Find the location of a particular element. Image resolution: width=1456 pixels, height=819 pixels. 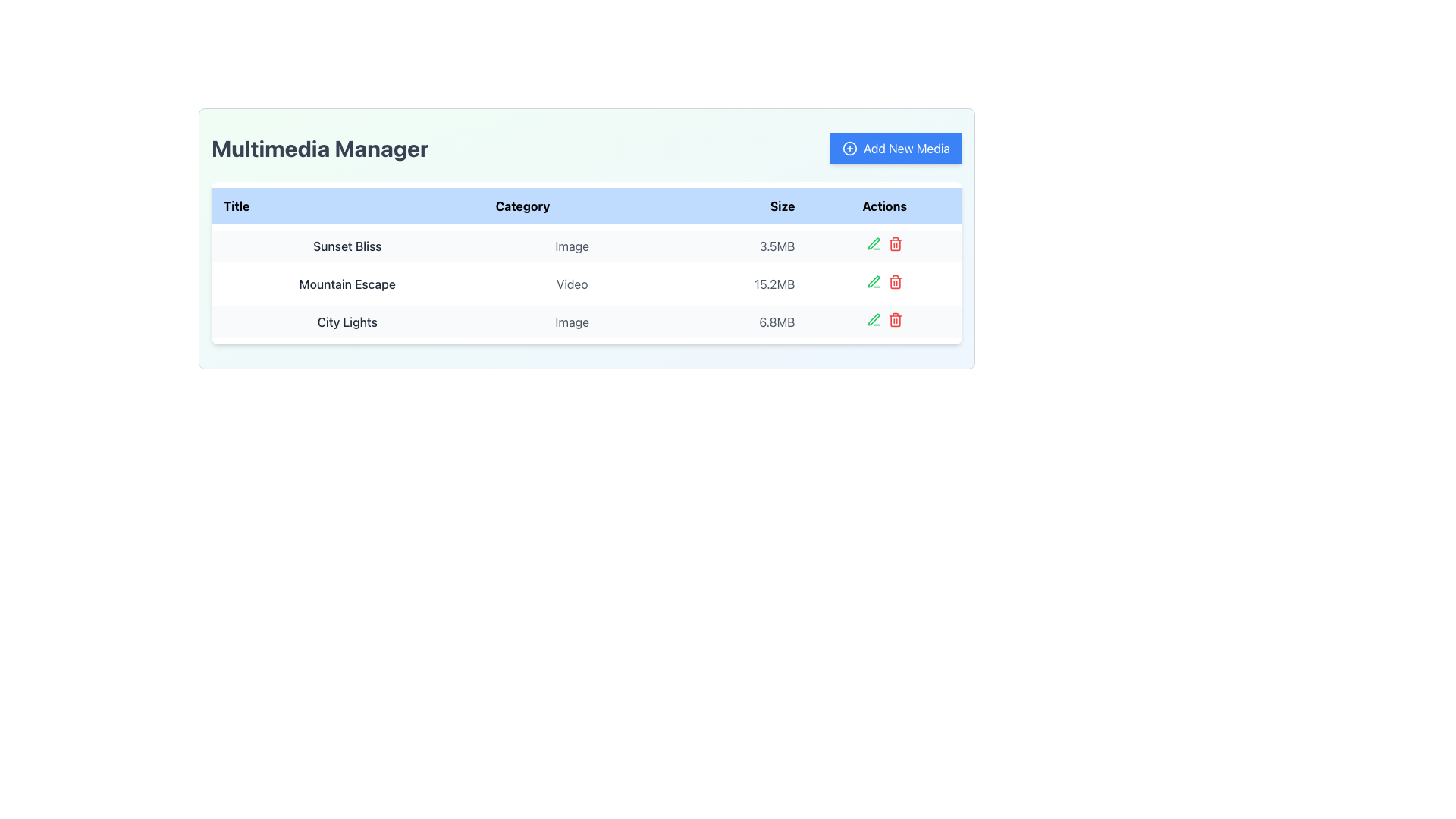

the delete button in the 'Actions' column of the data table for the entry labeled 'City Lights' is located at coordinates (895, 318).